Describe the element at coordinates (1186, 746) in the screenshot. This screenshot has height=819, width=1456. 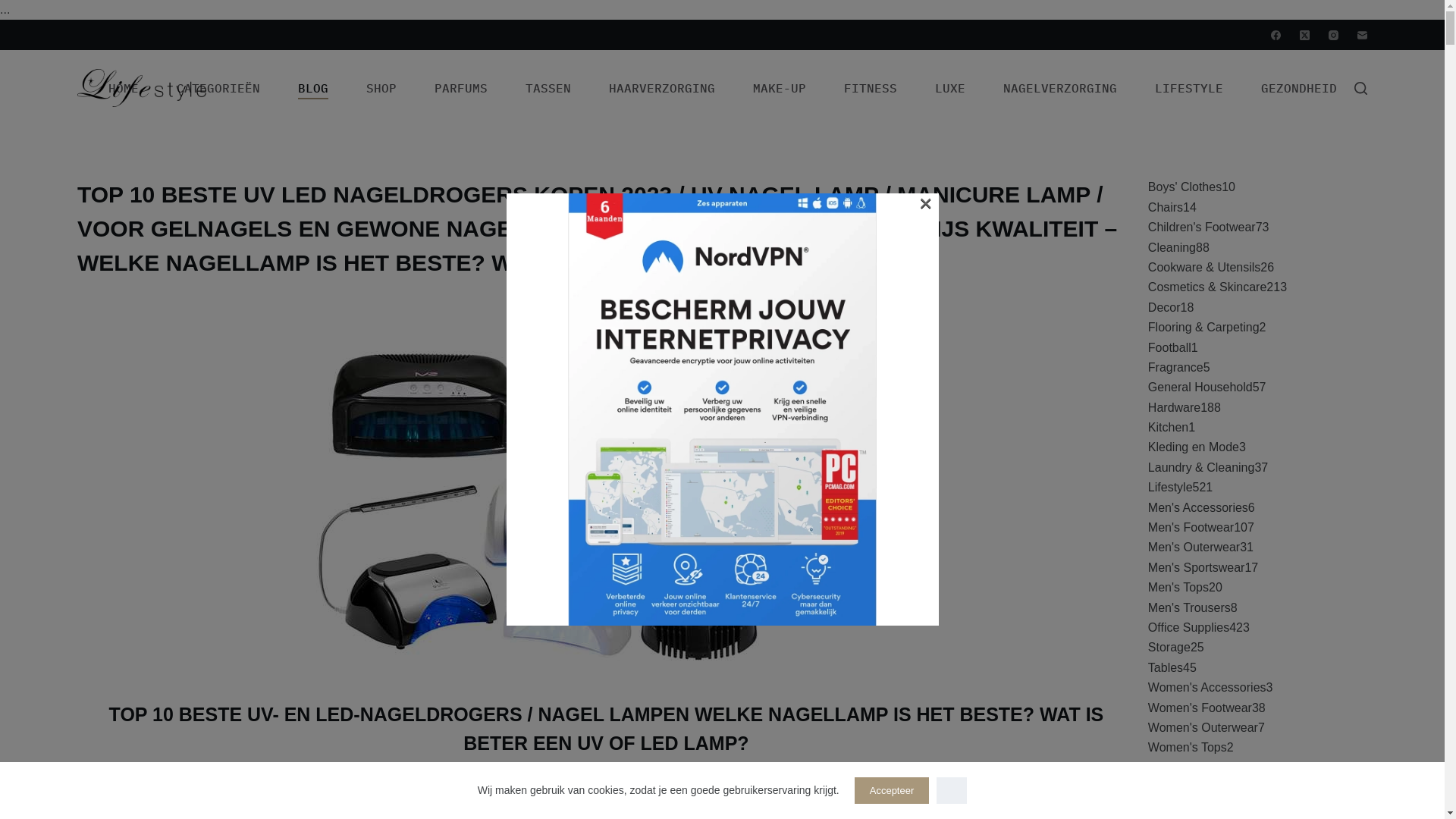
I see `'Women's Tops'` at that location.